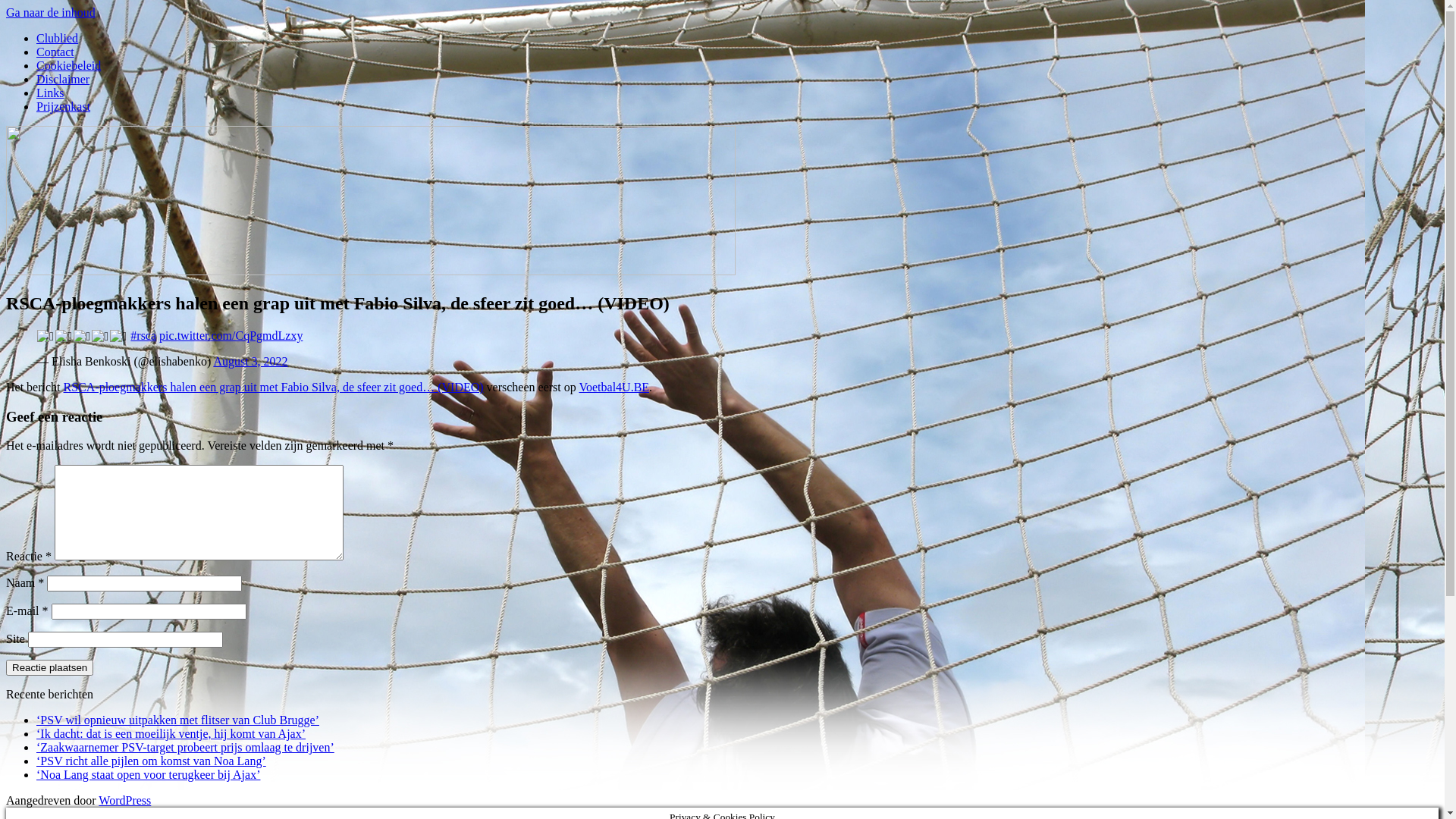 The width and height of the screenshot is (1456, 819). Describe the element at coordinates (57, 37) in the screenshot. I see `'Clublied'` at that location.